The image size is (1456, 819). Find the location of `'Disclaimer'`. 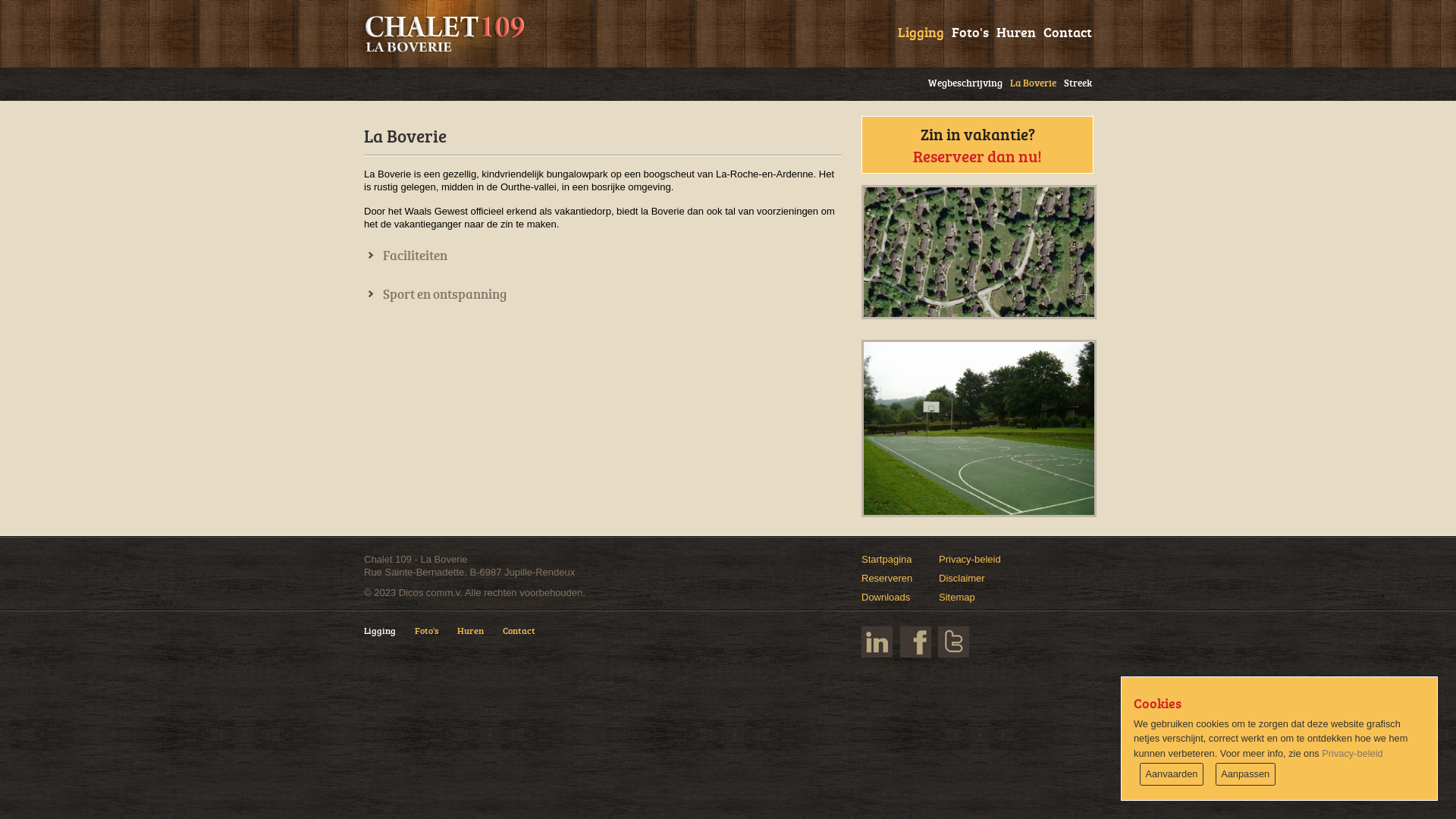

'Disclaimer' is located at coordinates (961, 578).